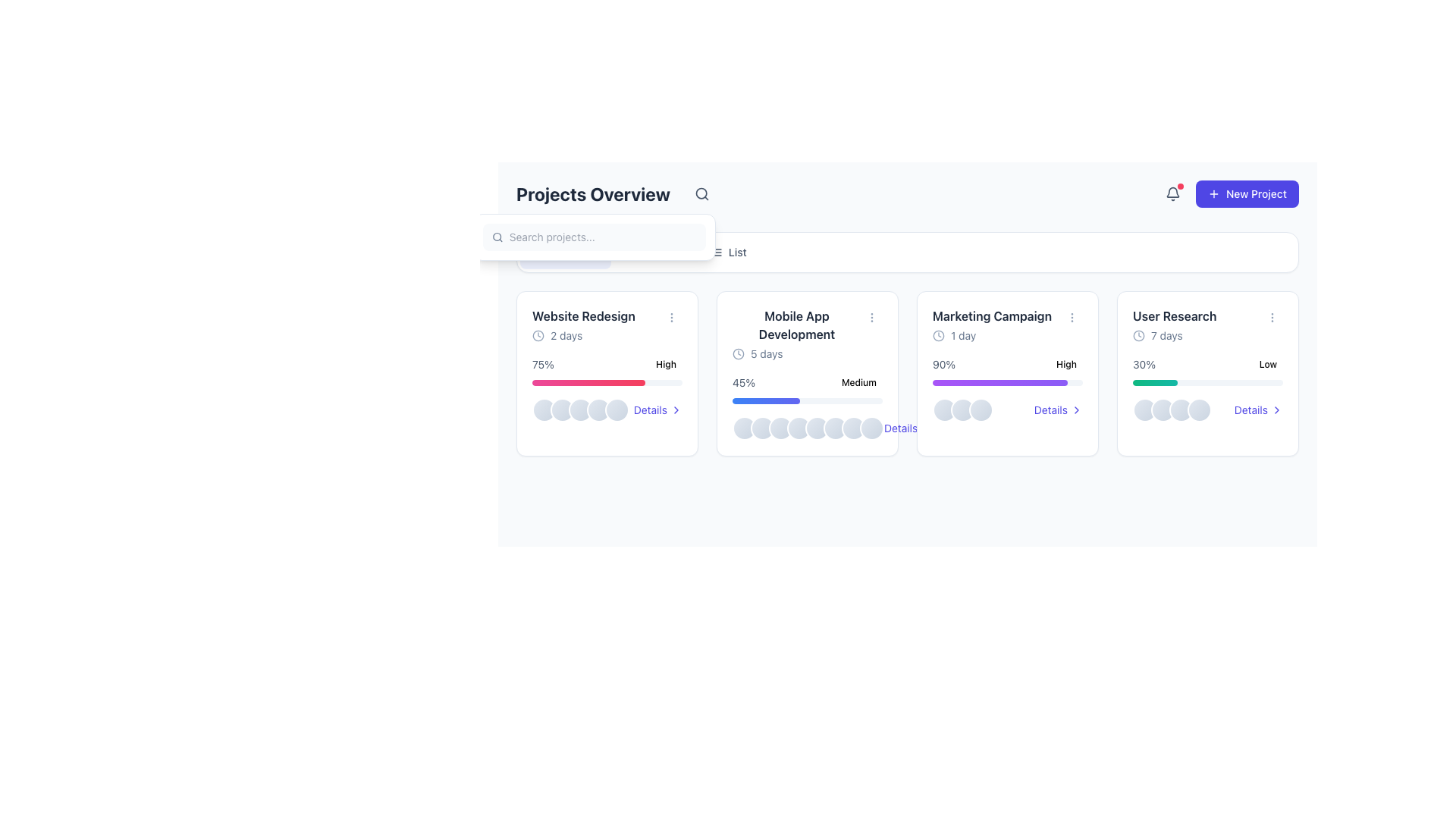  Describe the element at coordinates (1229, 193) in the screenshot. I see `the prominent blue button labeled 'New Project' with a plus sign icon to initiate the new project creation process` at that location.